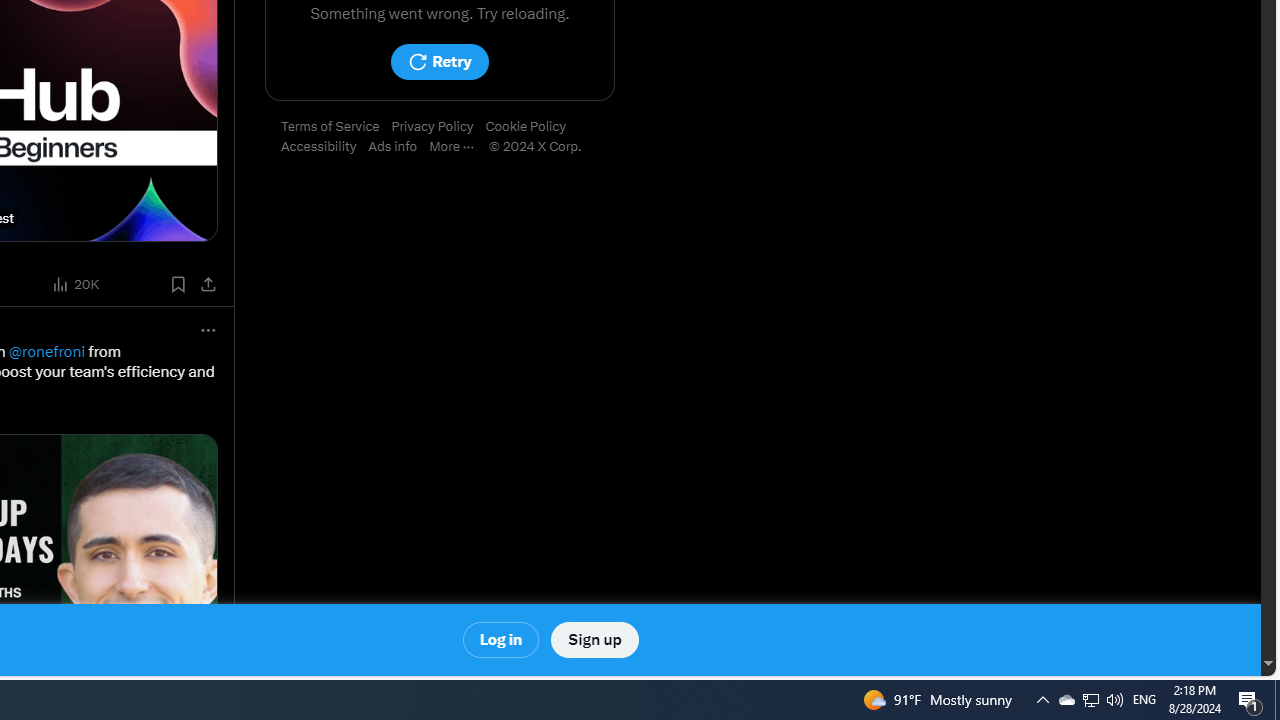  Describe the element at coordinates (177, 284) in the screenshot. I see `'Bookmark'` at that location.